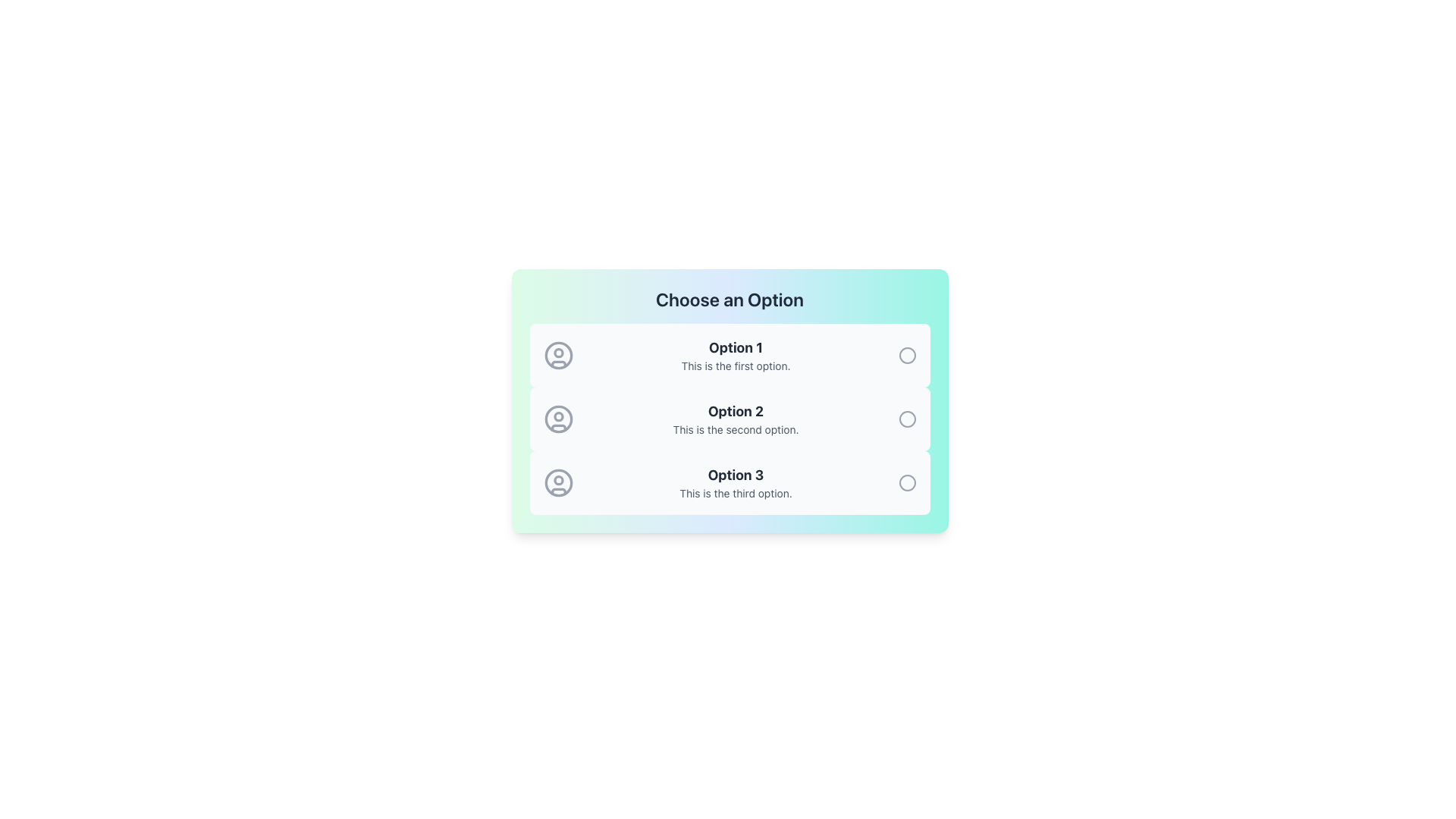 The height and width of the screenshot is (819, 1456). I want to click on the 'Option 2' text label, which is styled with bold and large font size in dark gray, located below 'Choose an Option' and above 'This is the second option', so click(736, 412).